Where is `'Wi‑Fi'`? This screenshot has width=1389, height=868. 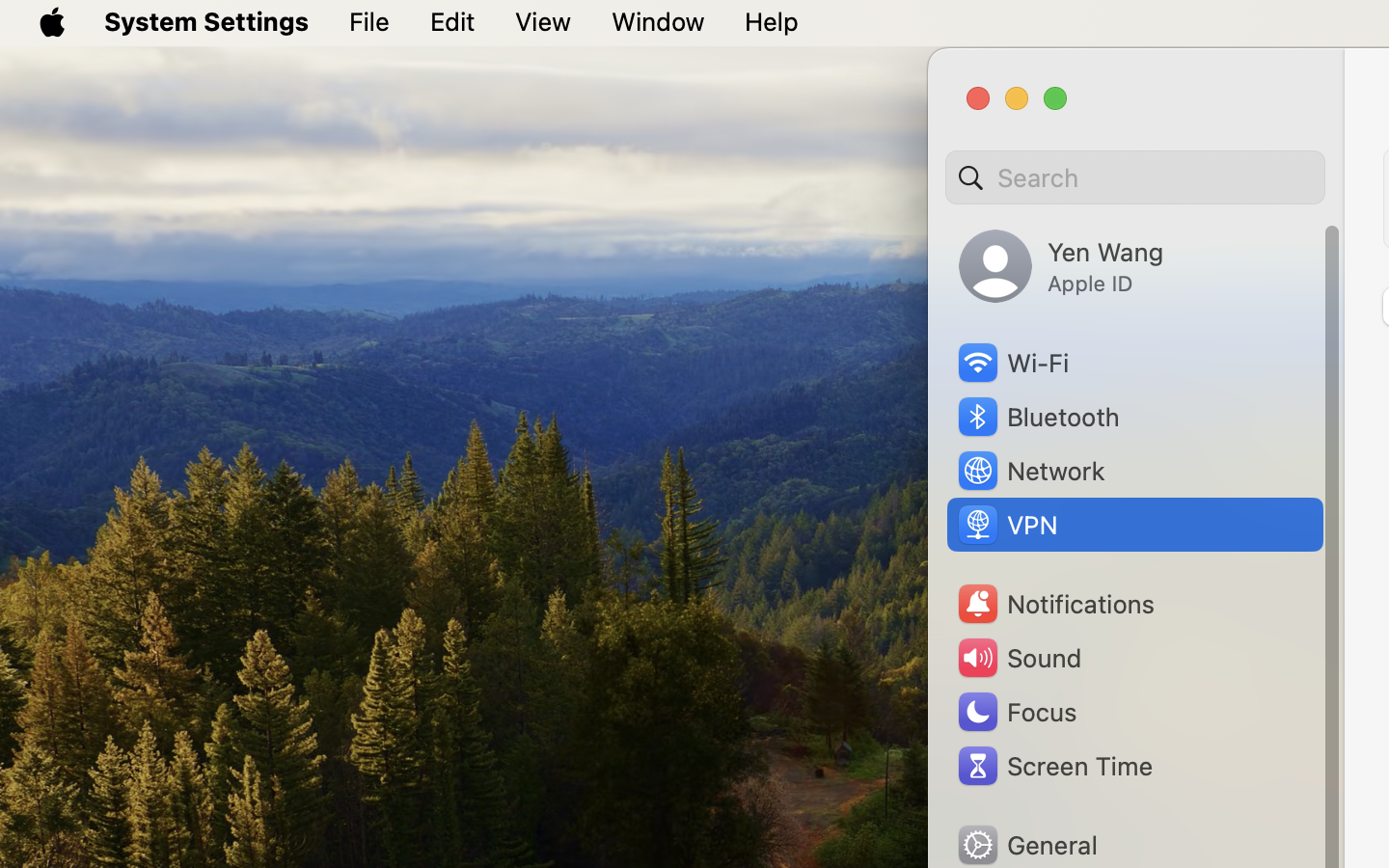 'Wi‑Fi' is located at coordinates (1012, 363).